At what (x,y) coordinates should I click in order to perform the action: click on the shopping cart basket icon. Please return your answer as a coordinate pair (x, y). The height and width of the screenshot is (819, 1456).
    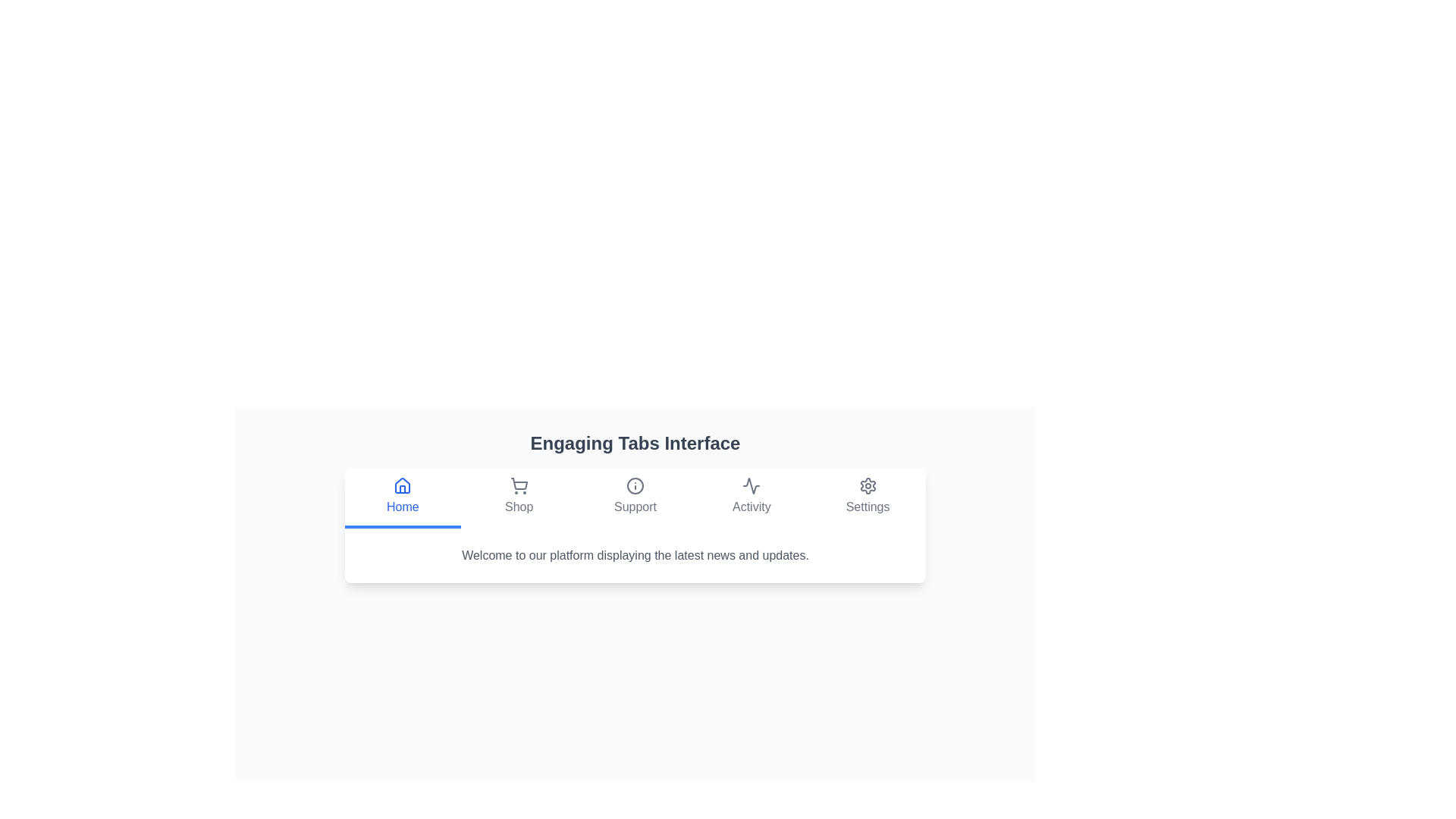
    Looking at the image, I should click on (519, 484).